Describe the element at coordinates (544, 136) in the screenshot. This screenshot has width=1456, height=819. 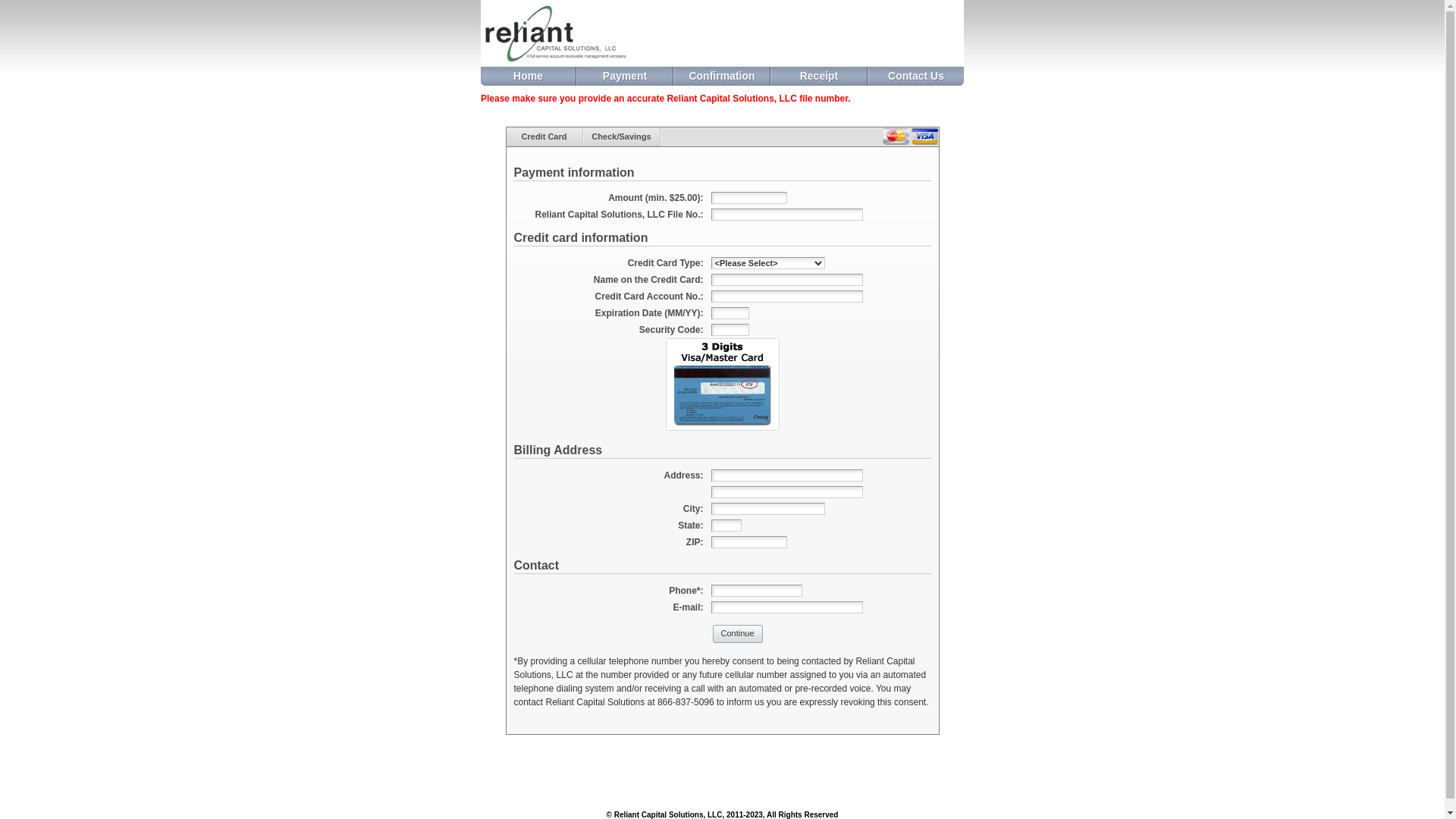
I see `'Credit Card'` at that location.